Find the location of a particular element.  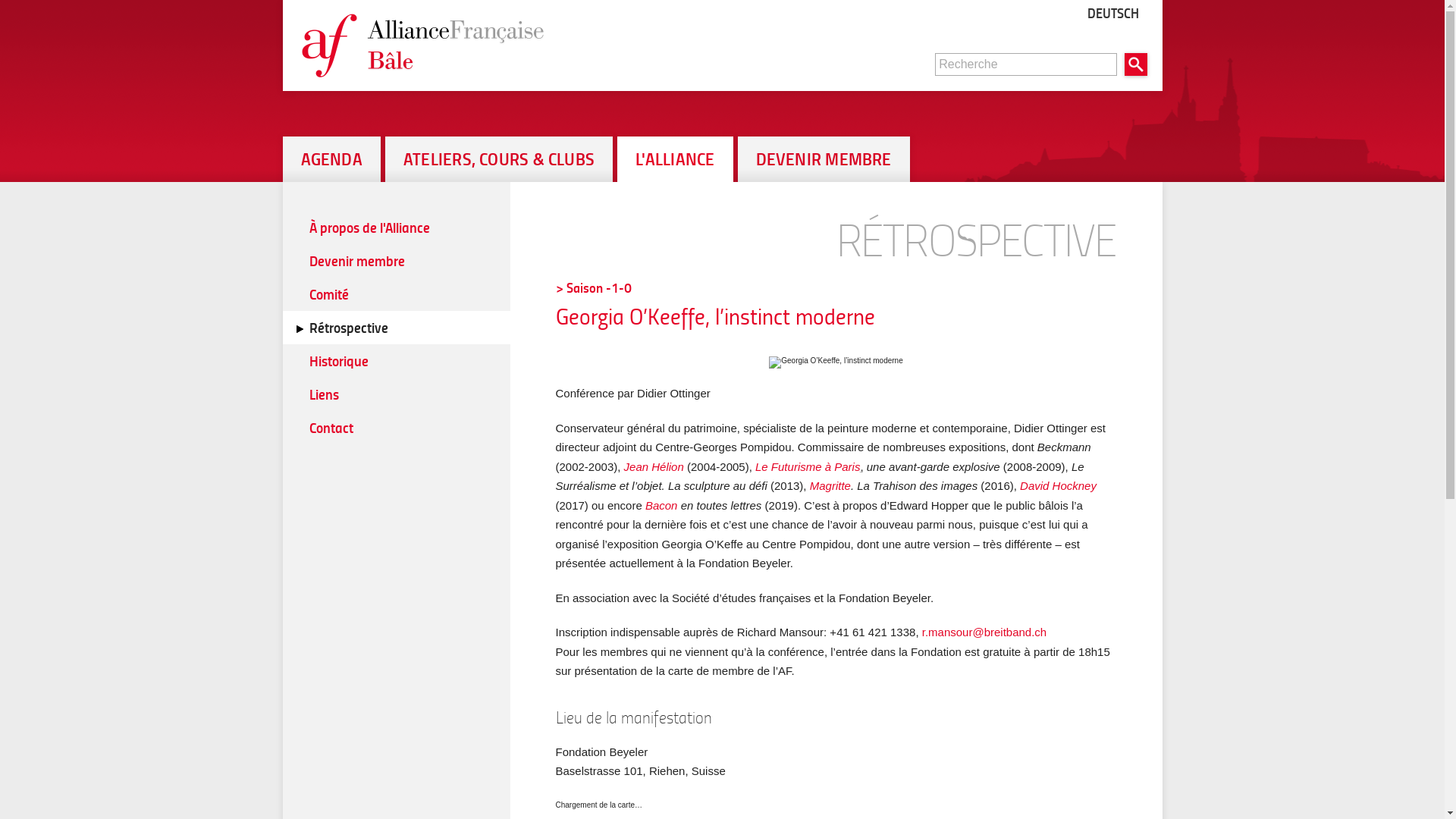

'David Hockney' is located at coordinates (1057, 485).